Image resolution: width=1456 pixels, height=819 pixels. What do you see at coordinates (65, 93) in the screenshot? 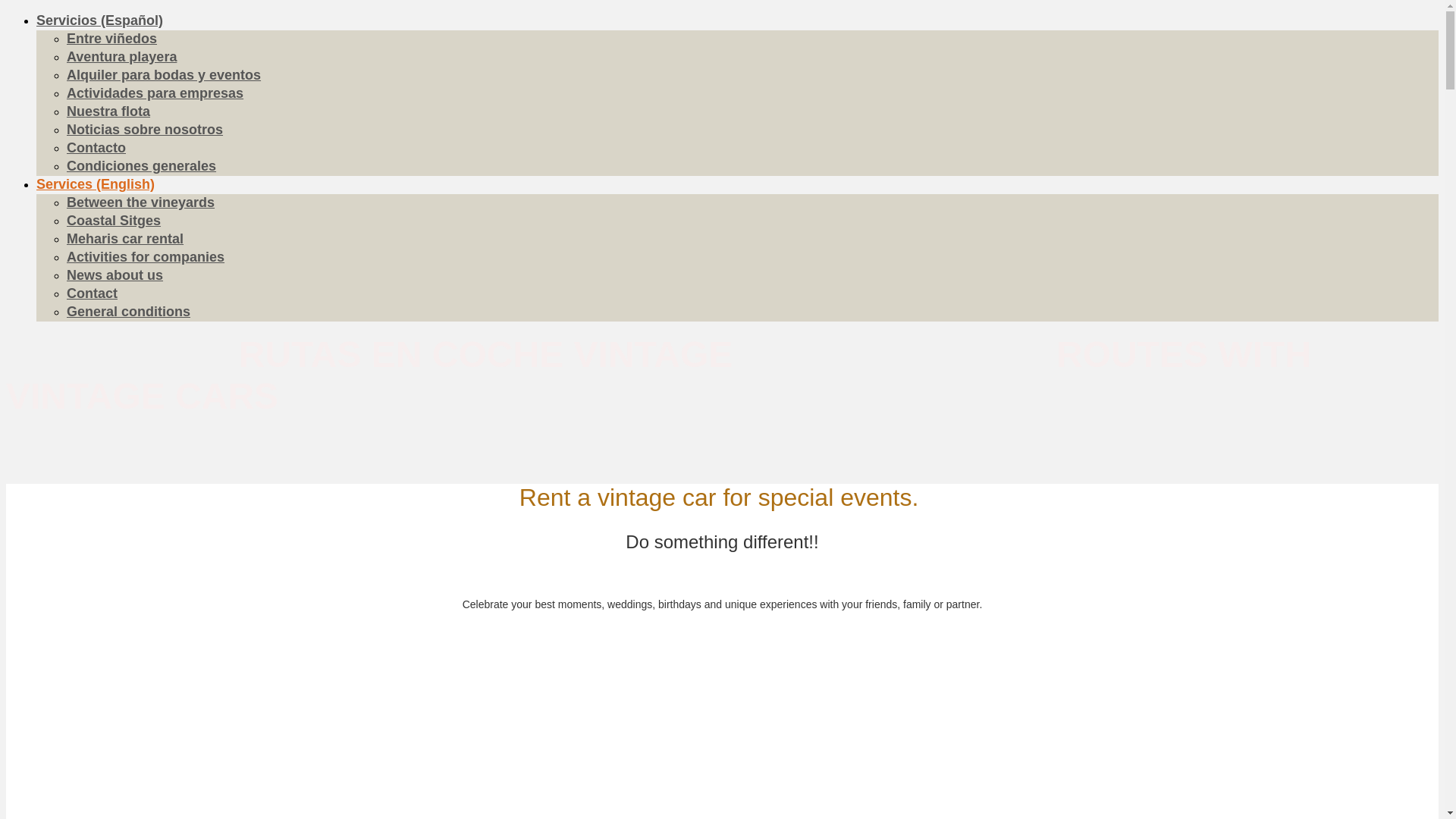
I see `'Actividades para empresas'` at bounding box center [65, 93].